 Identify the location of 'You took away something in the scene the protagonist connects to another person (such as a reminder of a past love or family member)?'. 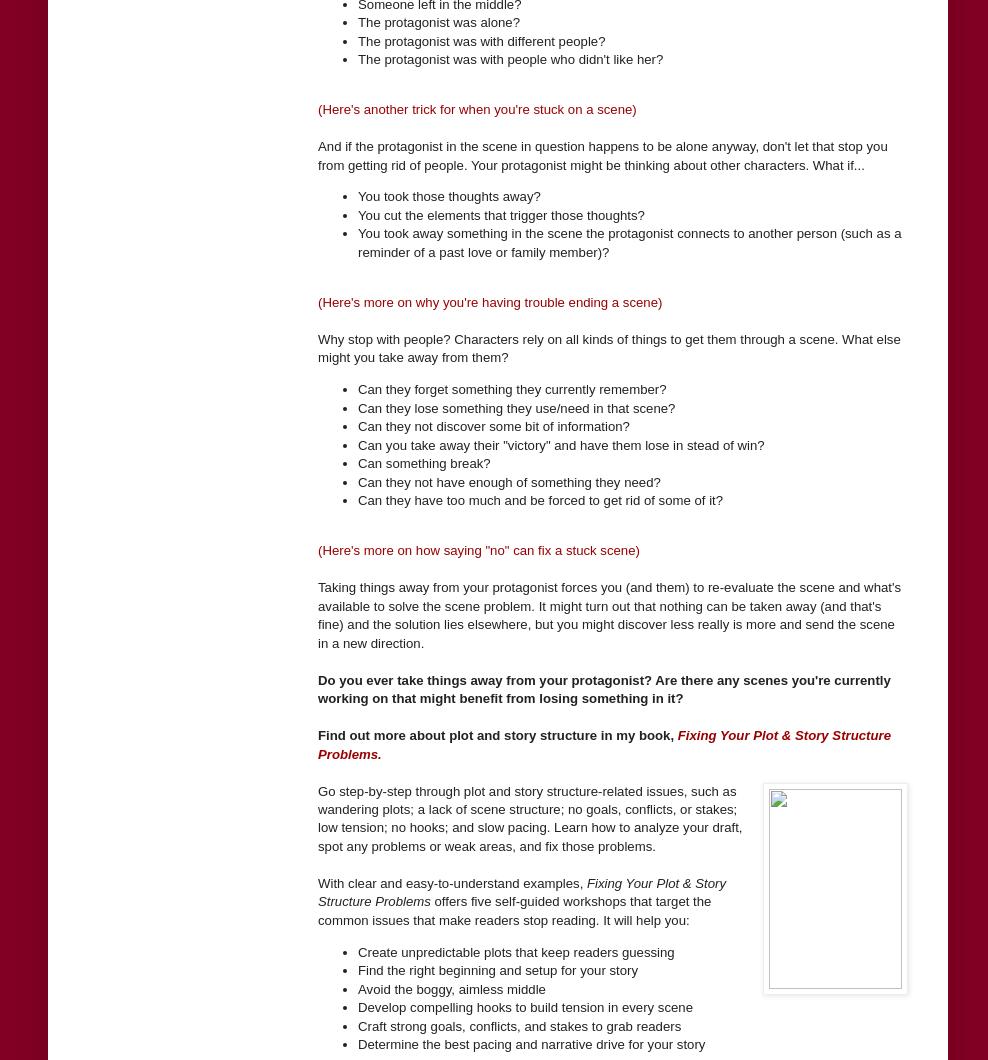
(357, 241).